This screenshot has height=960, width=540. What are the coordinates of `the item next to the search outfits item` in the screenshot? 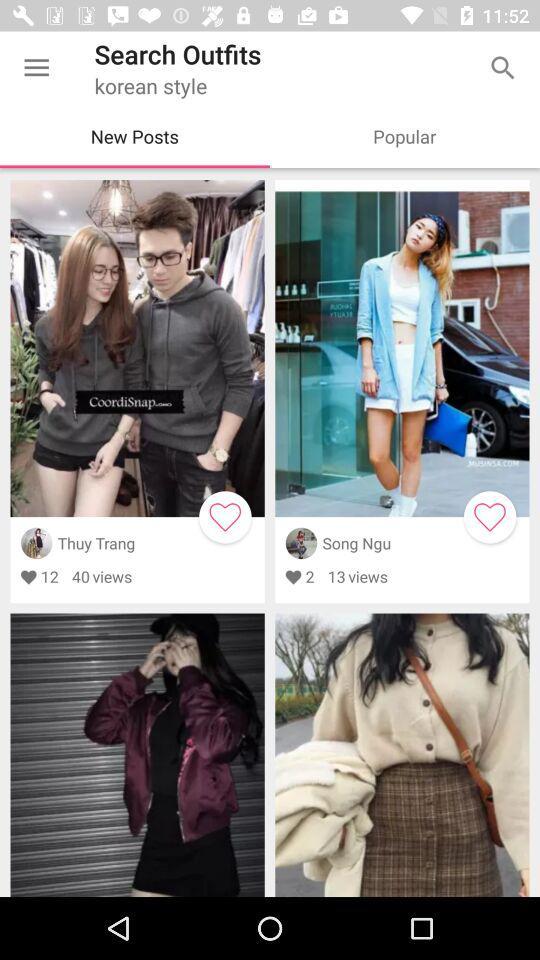 It's located at (36, 68).